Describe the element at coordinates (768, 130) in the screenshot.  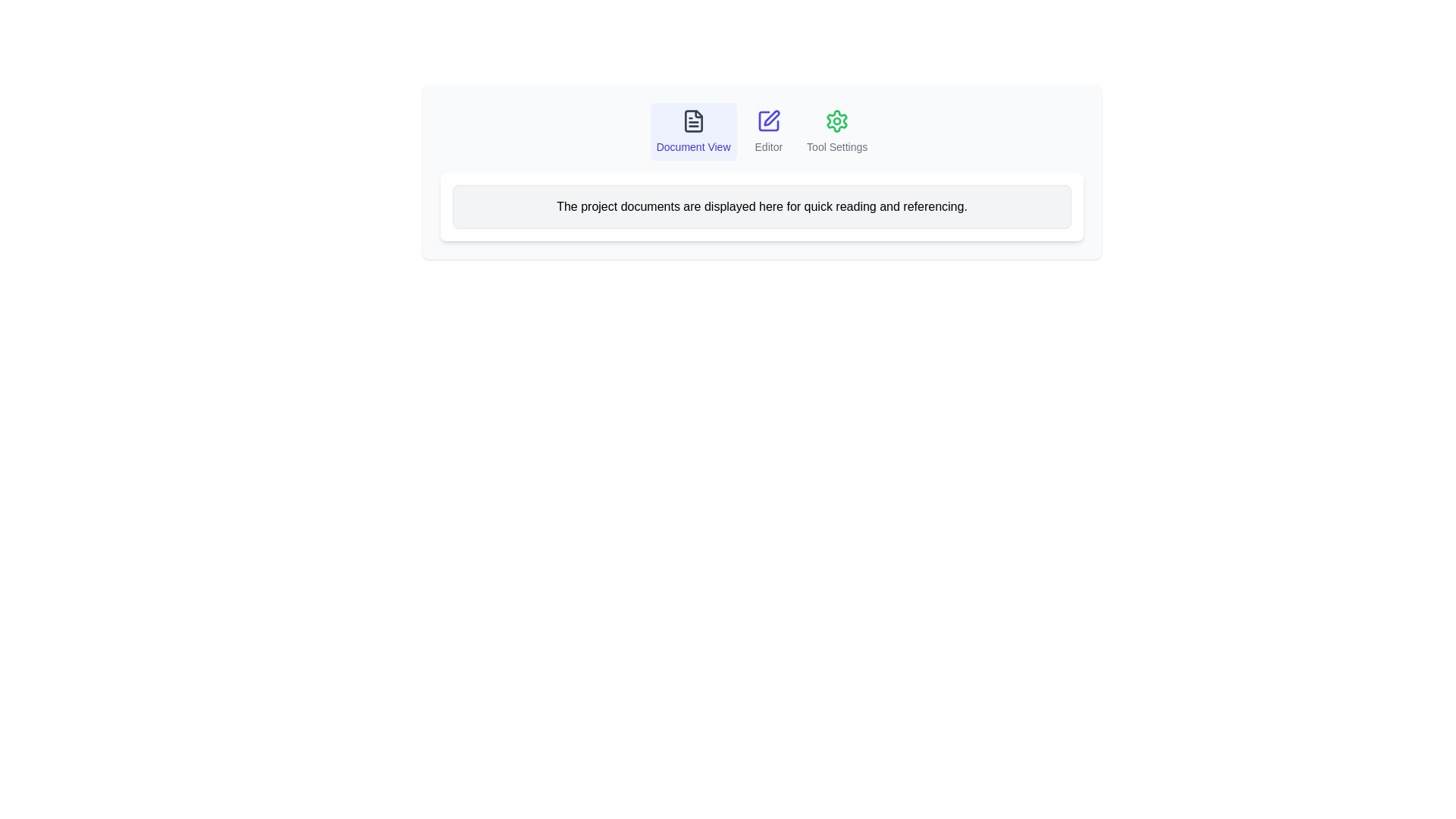
I see `the tab labeled Editor` at that location.